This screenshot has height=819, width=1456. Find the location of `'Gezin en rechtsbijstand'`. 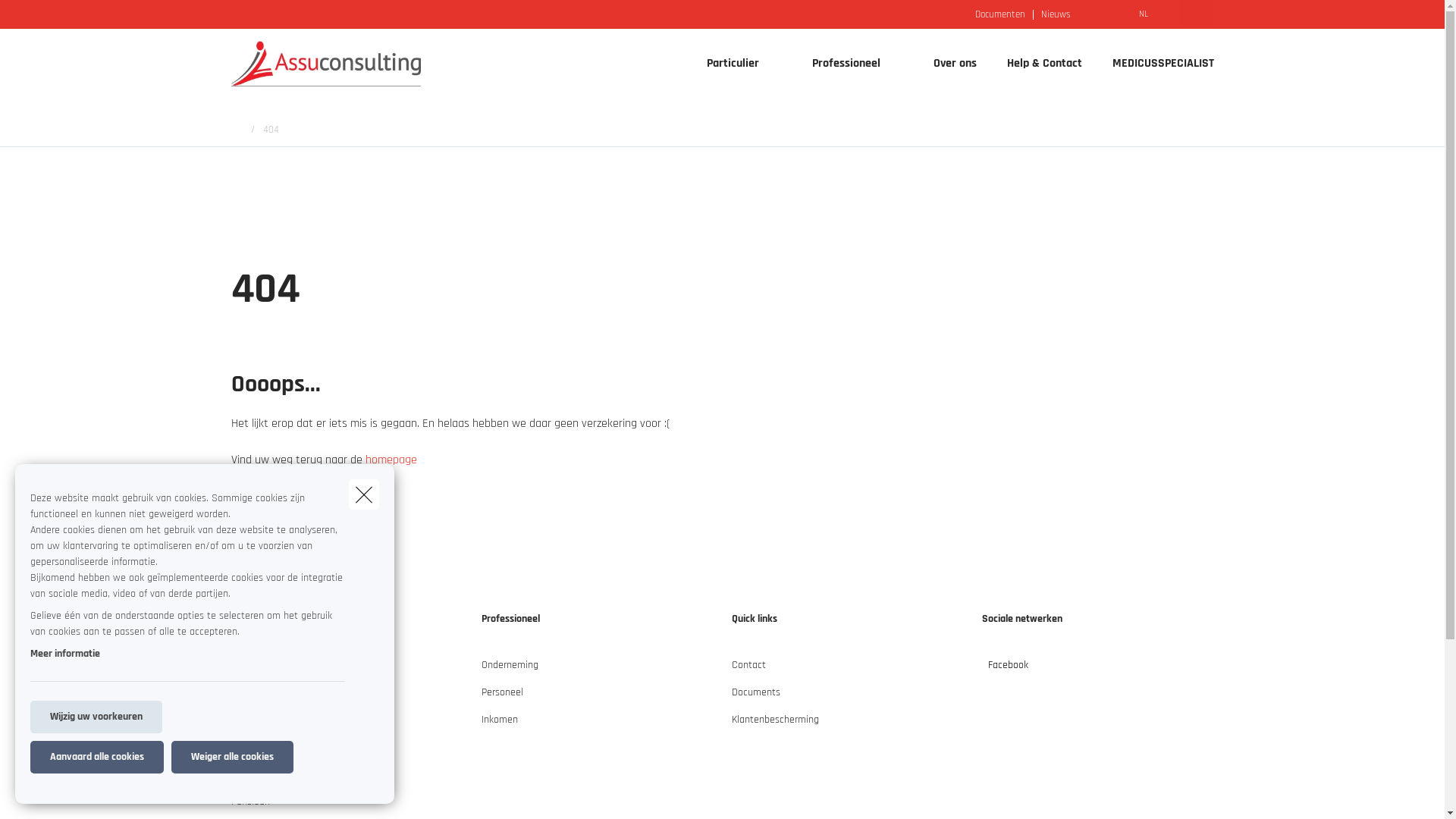

'Gezin en rechtsbijstand' is located at coordinates (281, 724).